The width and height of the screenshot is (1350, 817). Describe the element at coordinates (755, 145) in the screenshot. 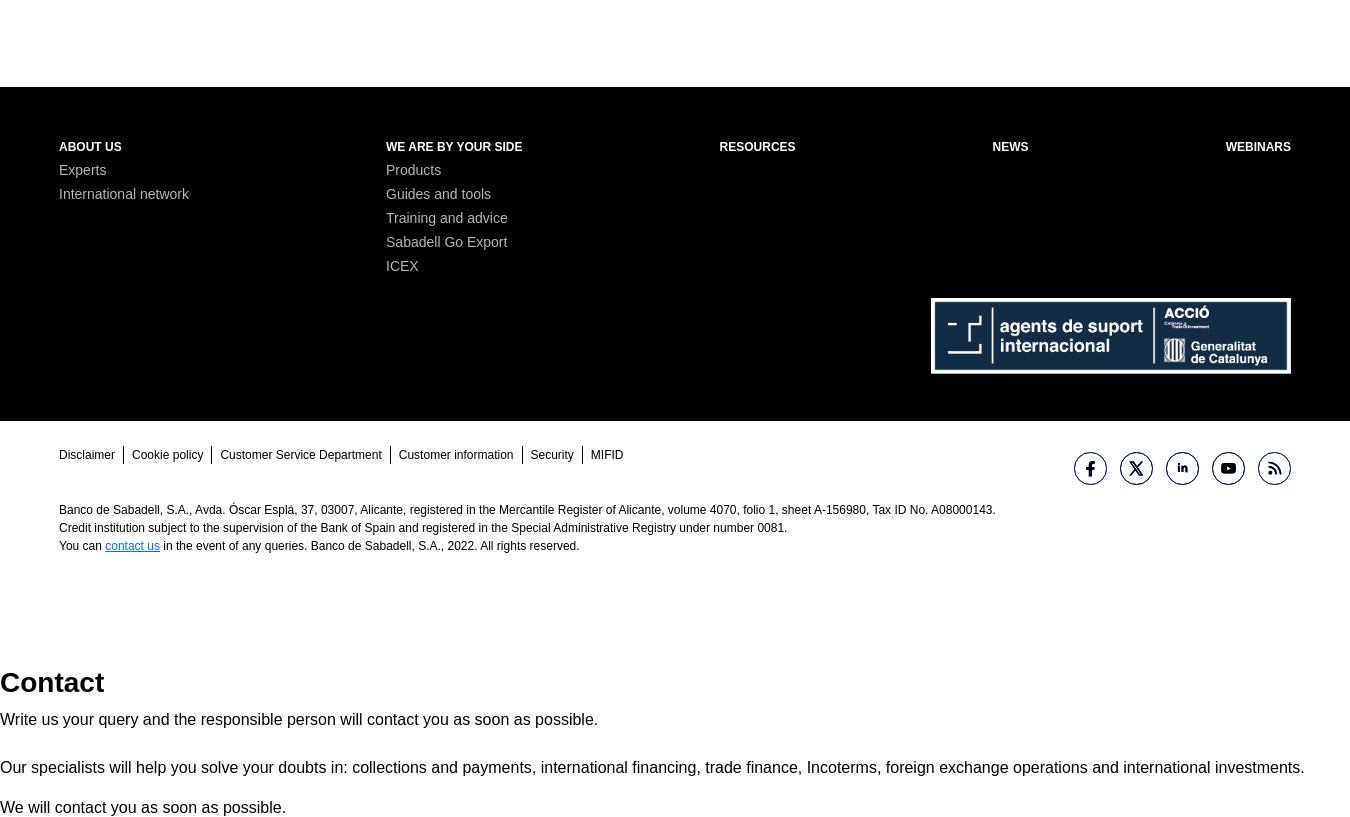

I see `'Resources'` at that location.